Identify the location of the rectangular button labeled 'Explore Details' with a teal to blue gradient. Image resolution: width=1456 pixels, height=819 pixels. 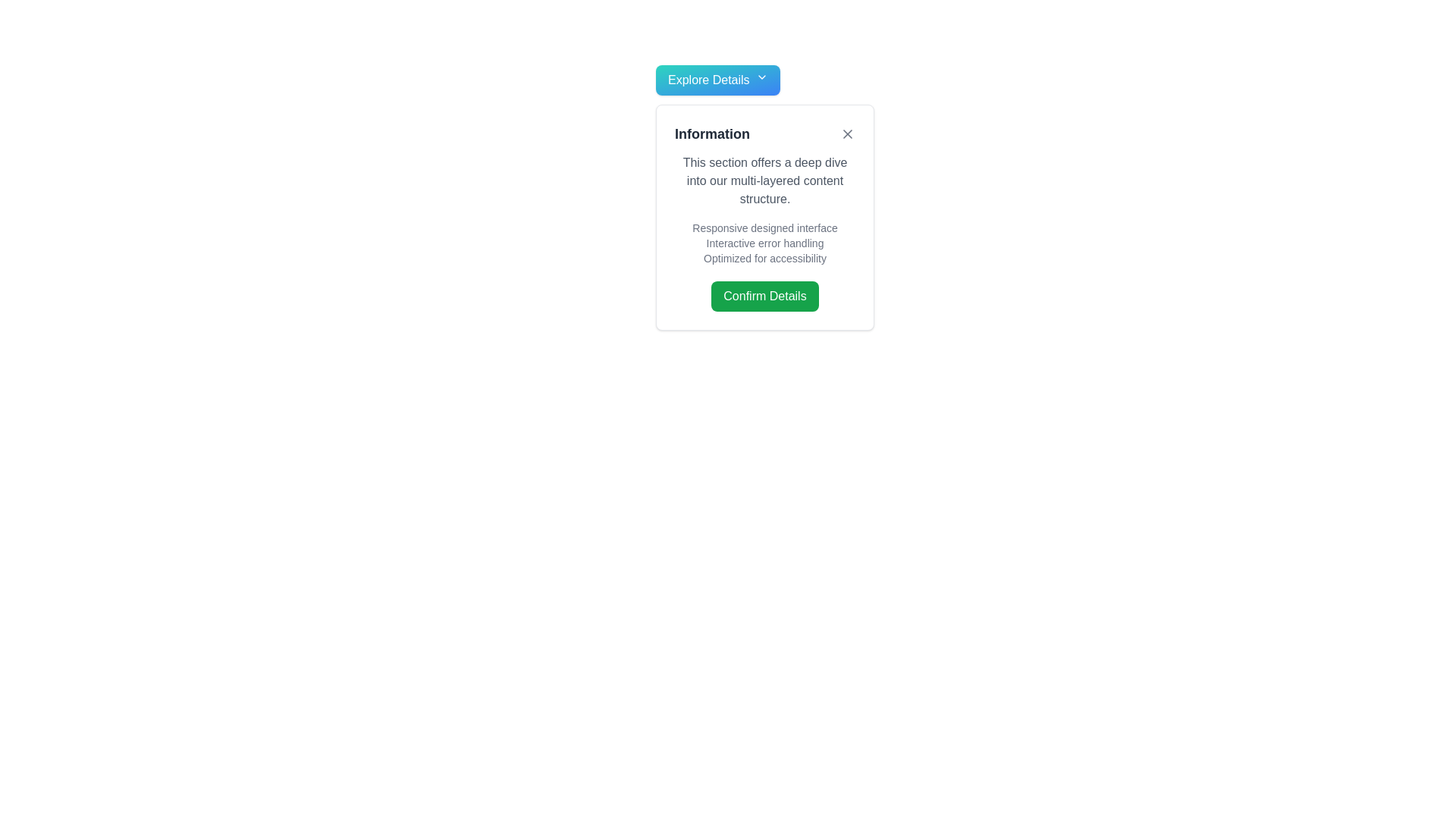
(717, 80).